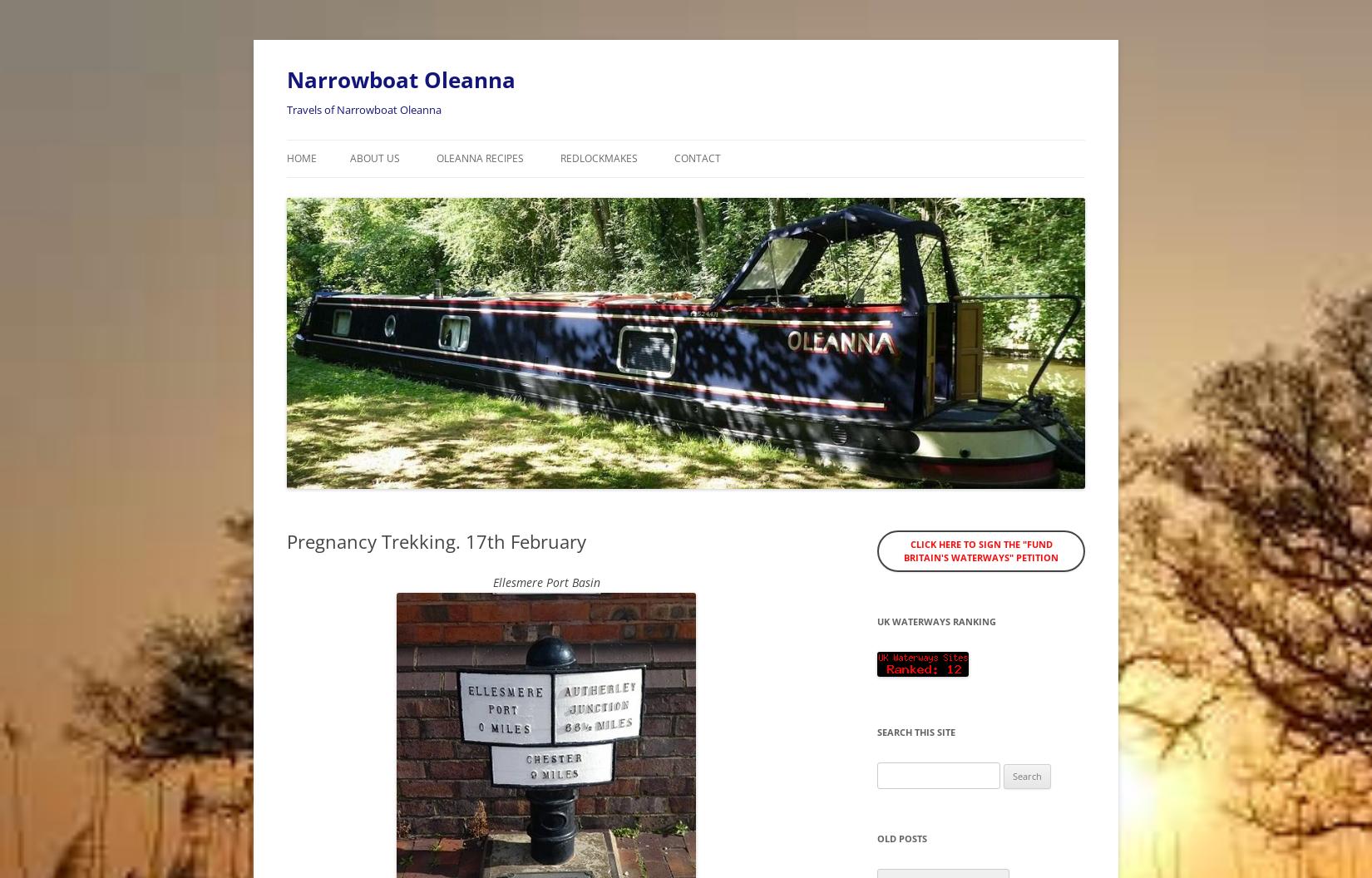  What do you see at coordinates (673, 158) in the screenshot?
I see `'Contact'` at bounding box center [673, 158].